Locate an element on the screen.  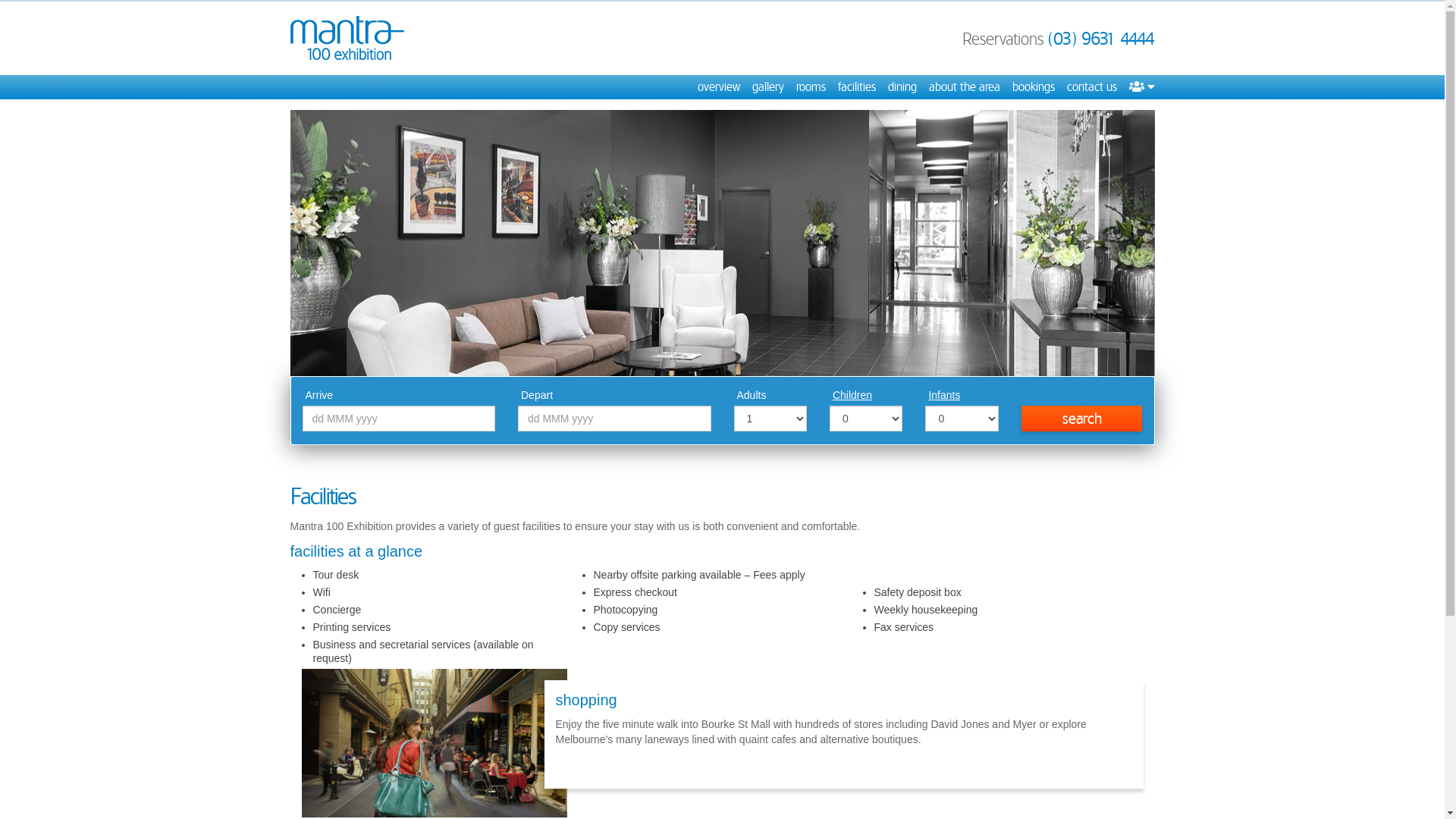
'Mantra 100 Exhibition' is located at coordinates (345, 36).